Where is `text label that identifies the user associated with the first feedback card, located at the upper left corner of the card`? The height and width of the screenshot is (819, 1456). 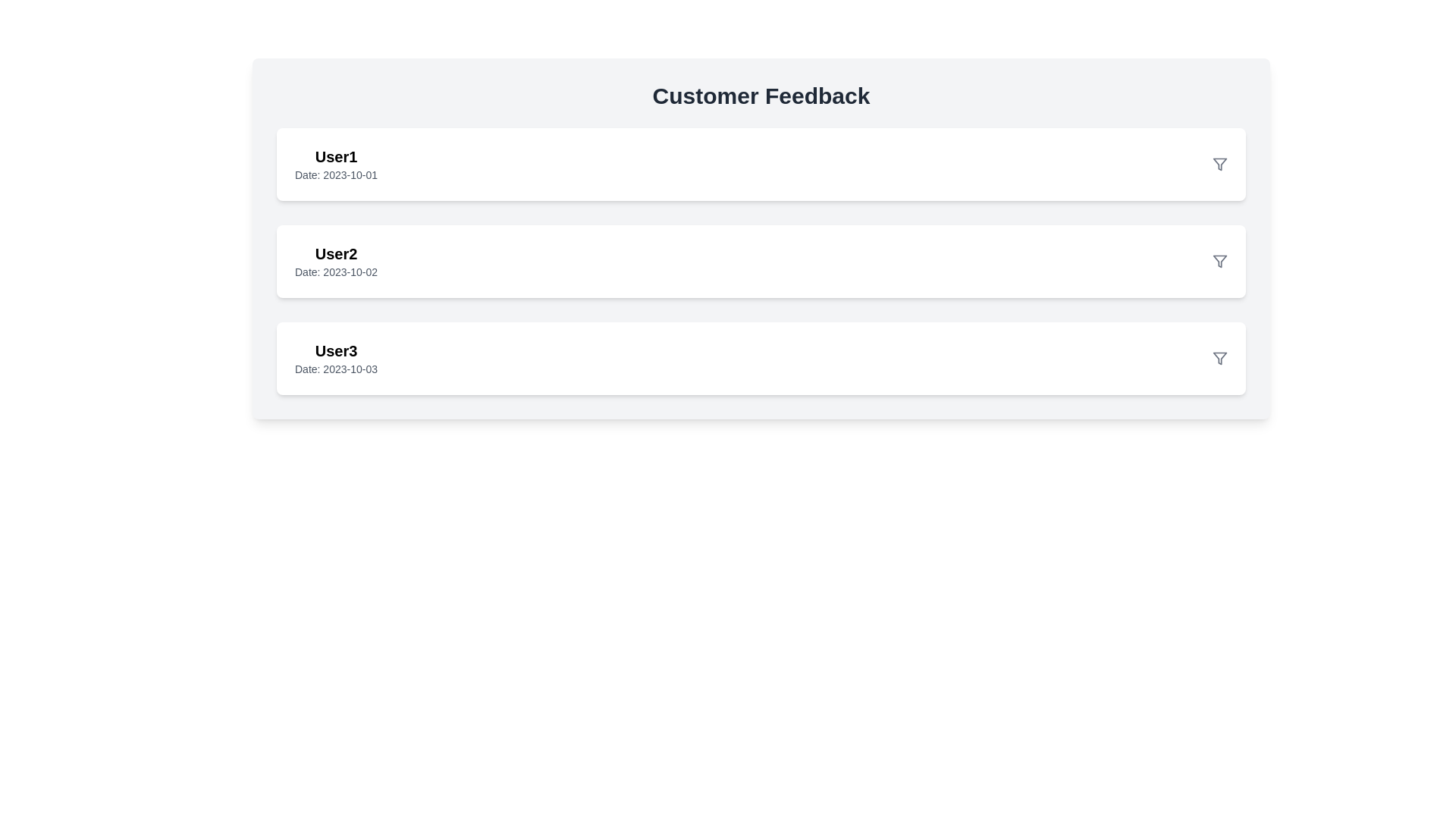
text label that identifies the user associated with the first feedback card, located at the upper left corner of the card is located at coordinates (335, 157).